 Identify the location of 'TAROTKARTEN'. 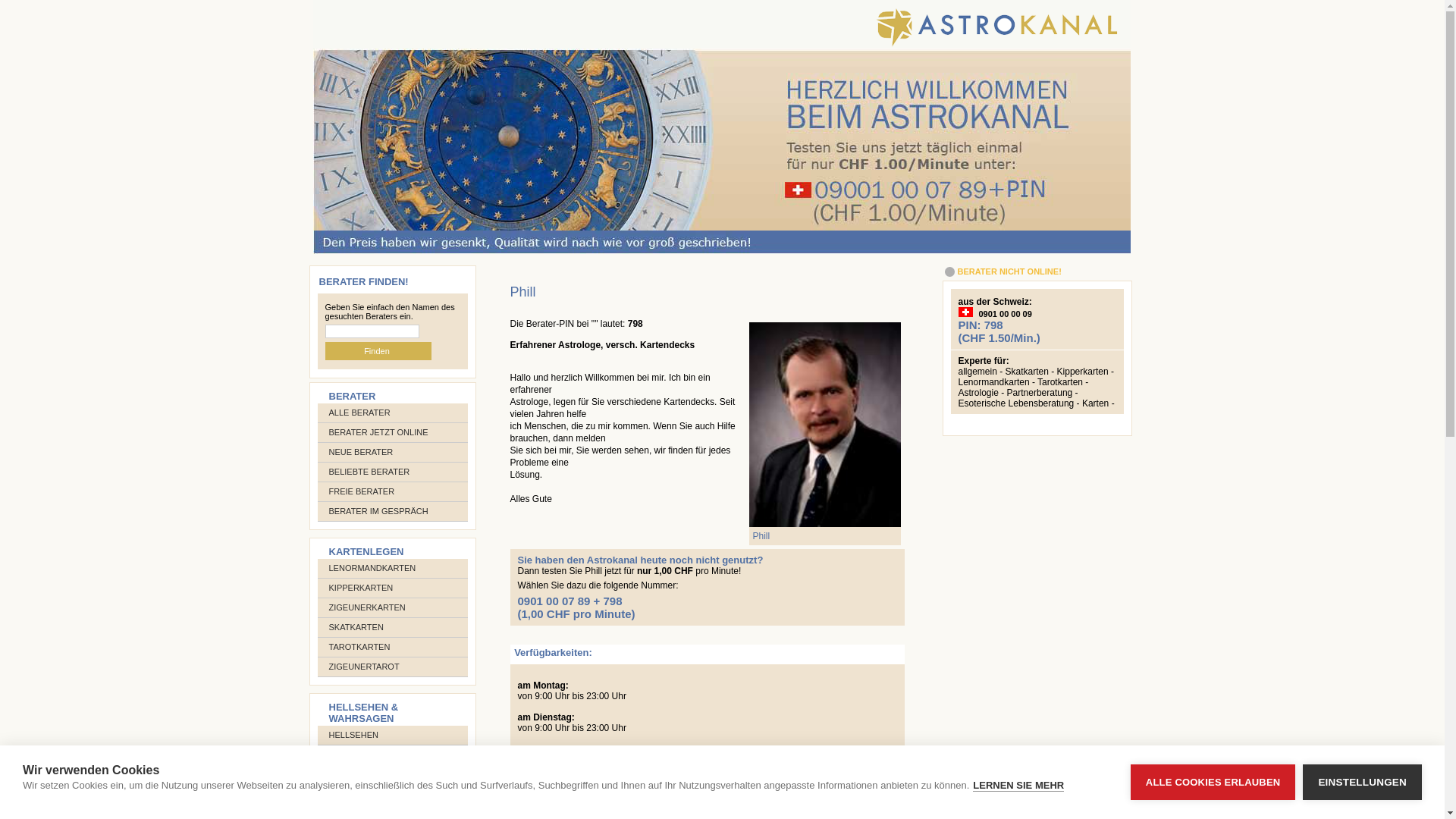
(359, 646).